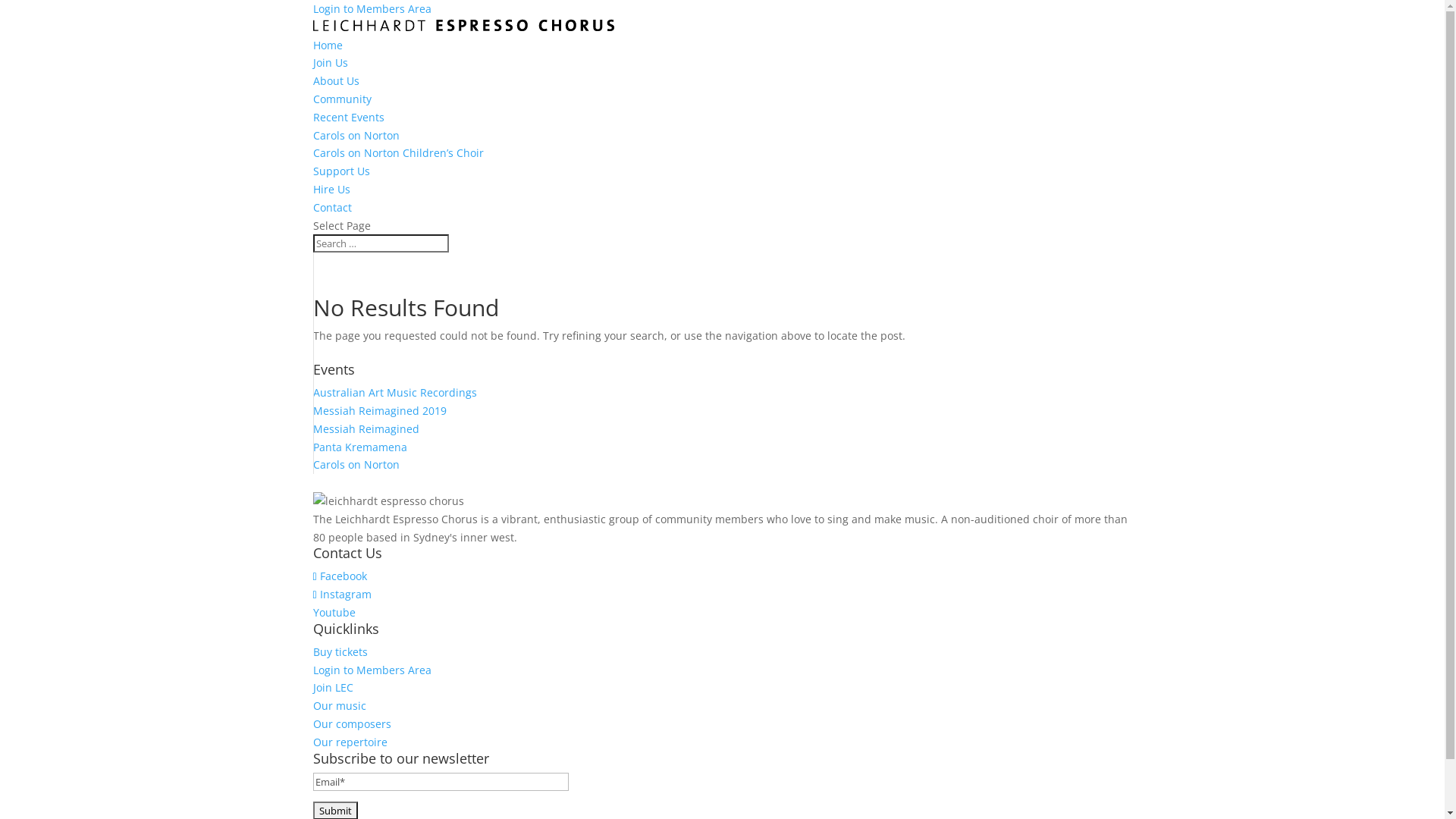 This screenshot has height=819, width=1456. Describe the element at coordinates (337, 705) in the screenshot. I see `'Our music'` at that location.